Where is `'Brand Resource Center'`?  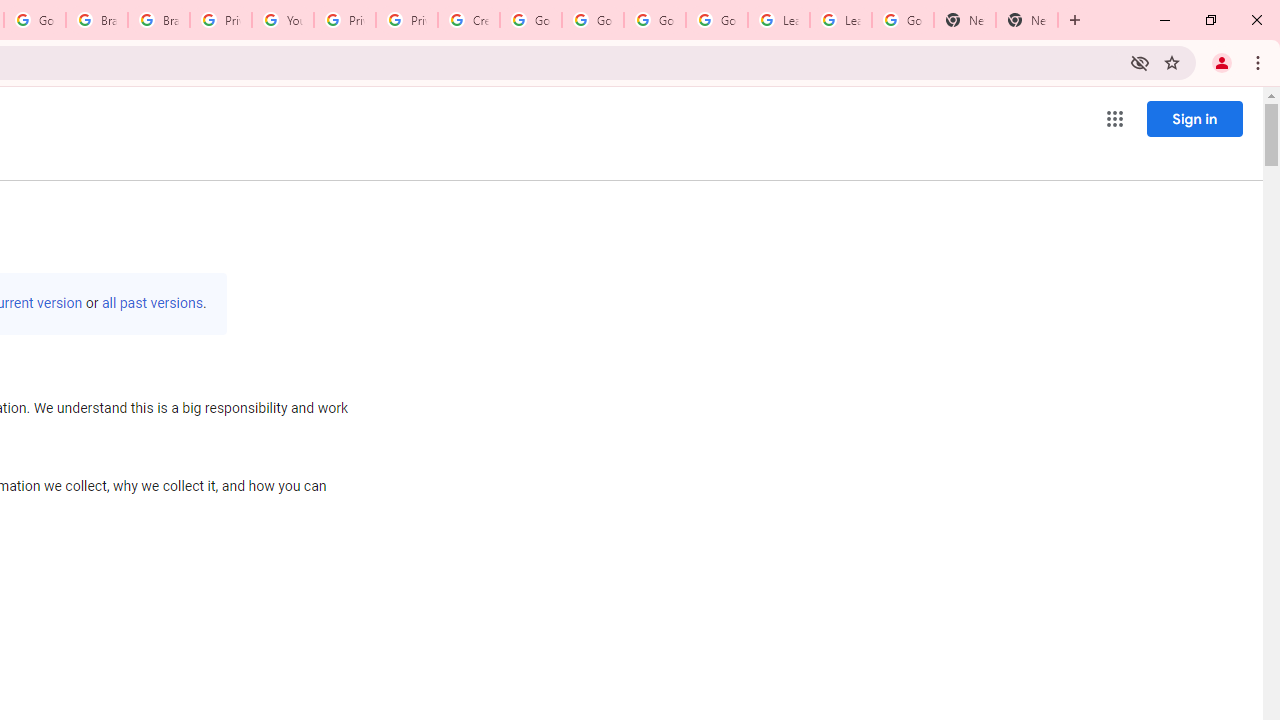
'Brand Resource Center' is located at coordinates (96, 20).